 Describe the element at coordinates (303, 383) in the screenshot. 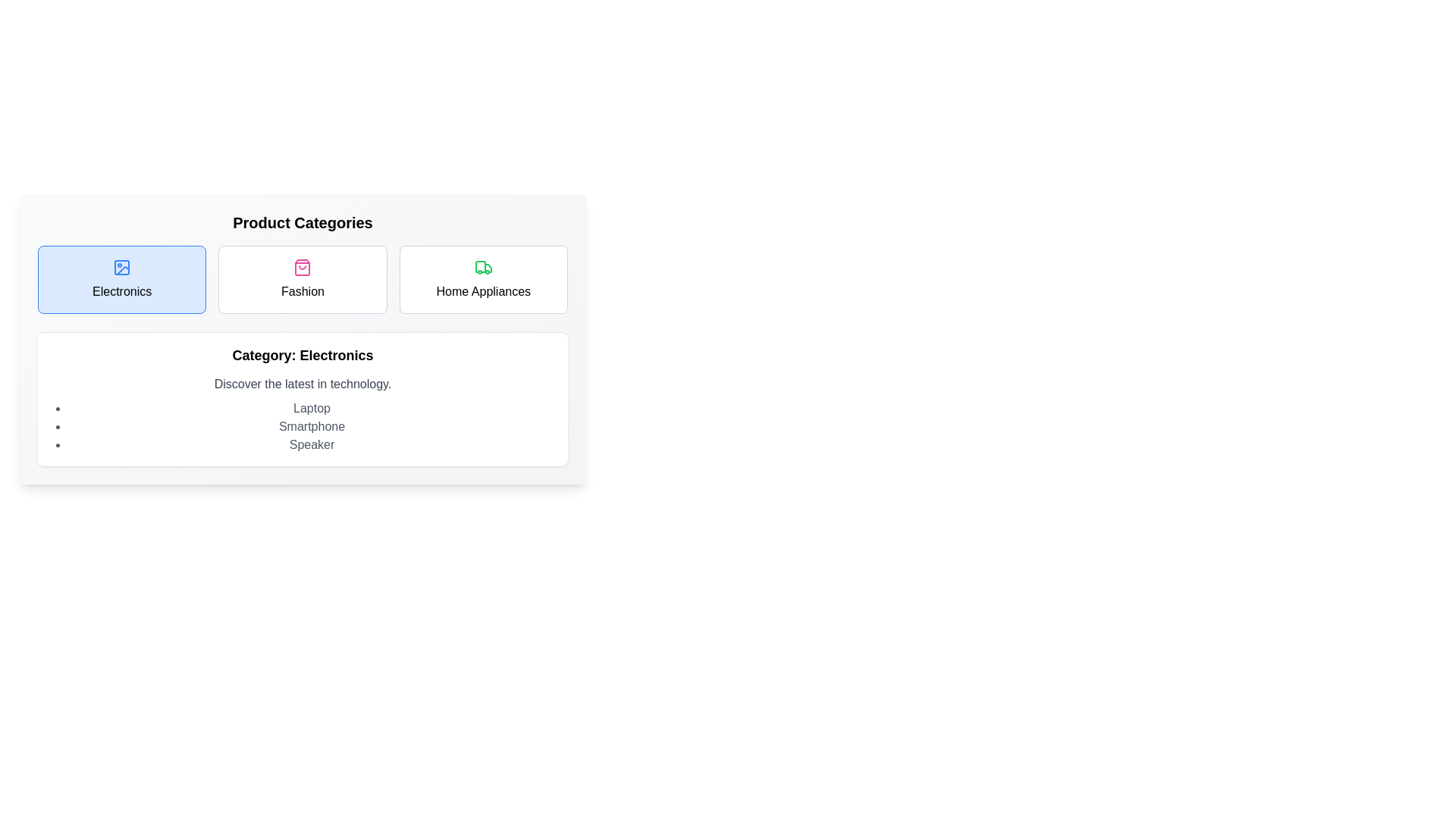

I see `the text label displaying 'Discover the latest in technology' which is styled in gray and located below the 'Category: Electronics' section heading` at that location.